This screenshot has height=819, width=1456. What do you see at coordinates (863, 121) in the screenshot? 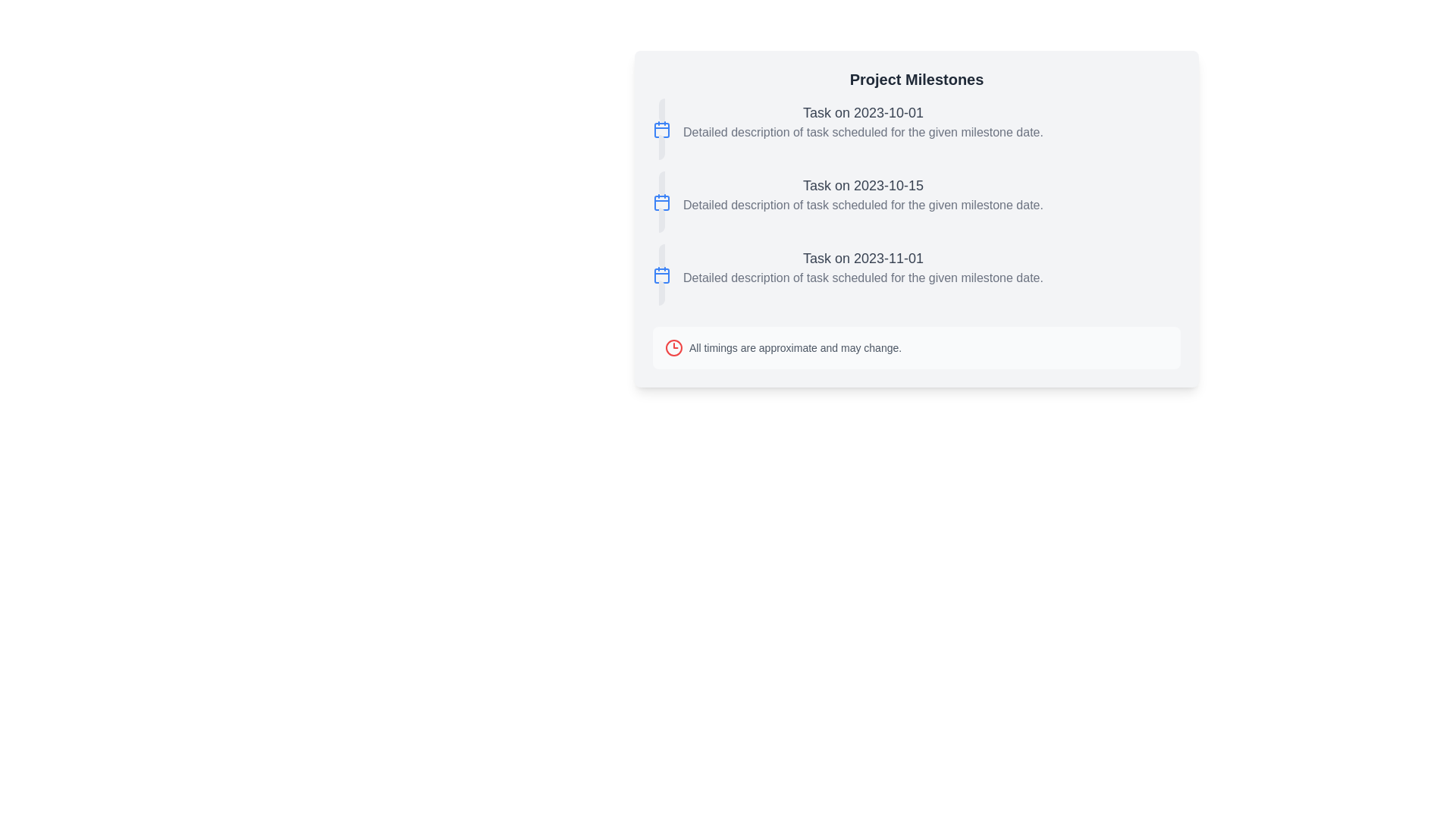
I see `the text block displaying 'Task on 2023-10-01' and its description 'Detailed description of task scheduled for the given milestone date.'` at bounding box center [863, 121].